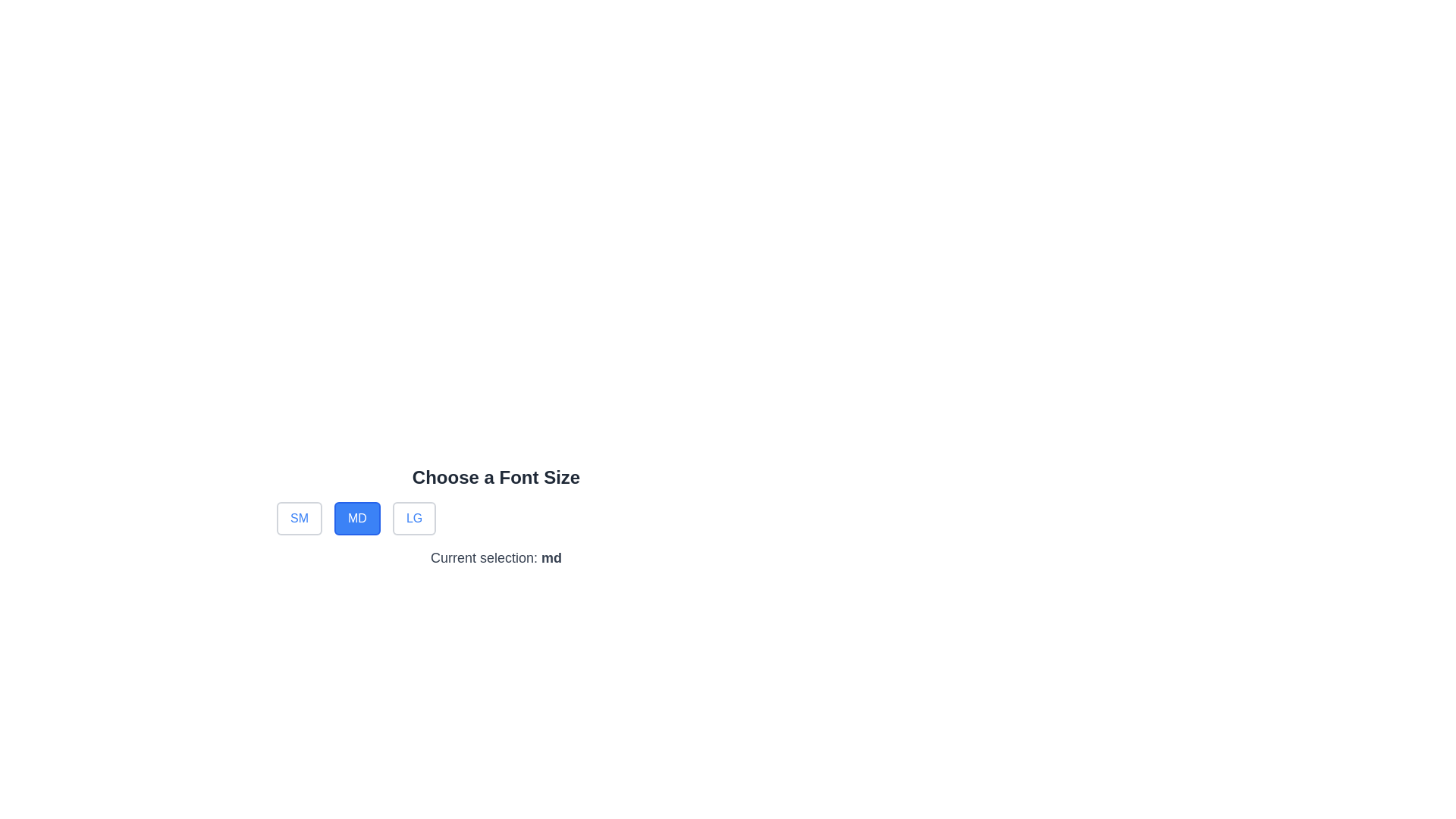 The height and width of the screenshot is (819, 1456). I want to click on the text element indicating the current selection of font size, specifically showing 'md' as the selected option, so click(551, 558).